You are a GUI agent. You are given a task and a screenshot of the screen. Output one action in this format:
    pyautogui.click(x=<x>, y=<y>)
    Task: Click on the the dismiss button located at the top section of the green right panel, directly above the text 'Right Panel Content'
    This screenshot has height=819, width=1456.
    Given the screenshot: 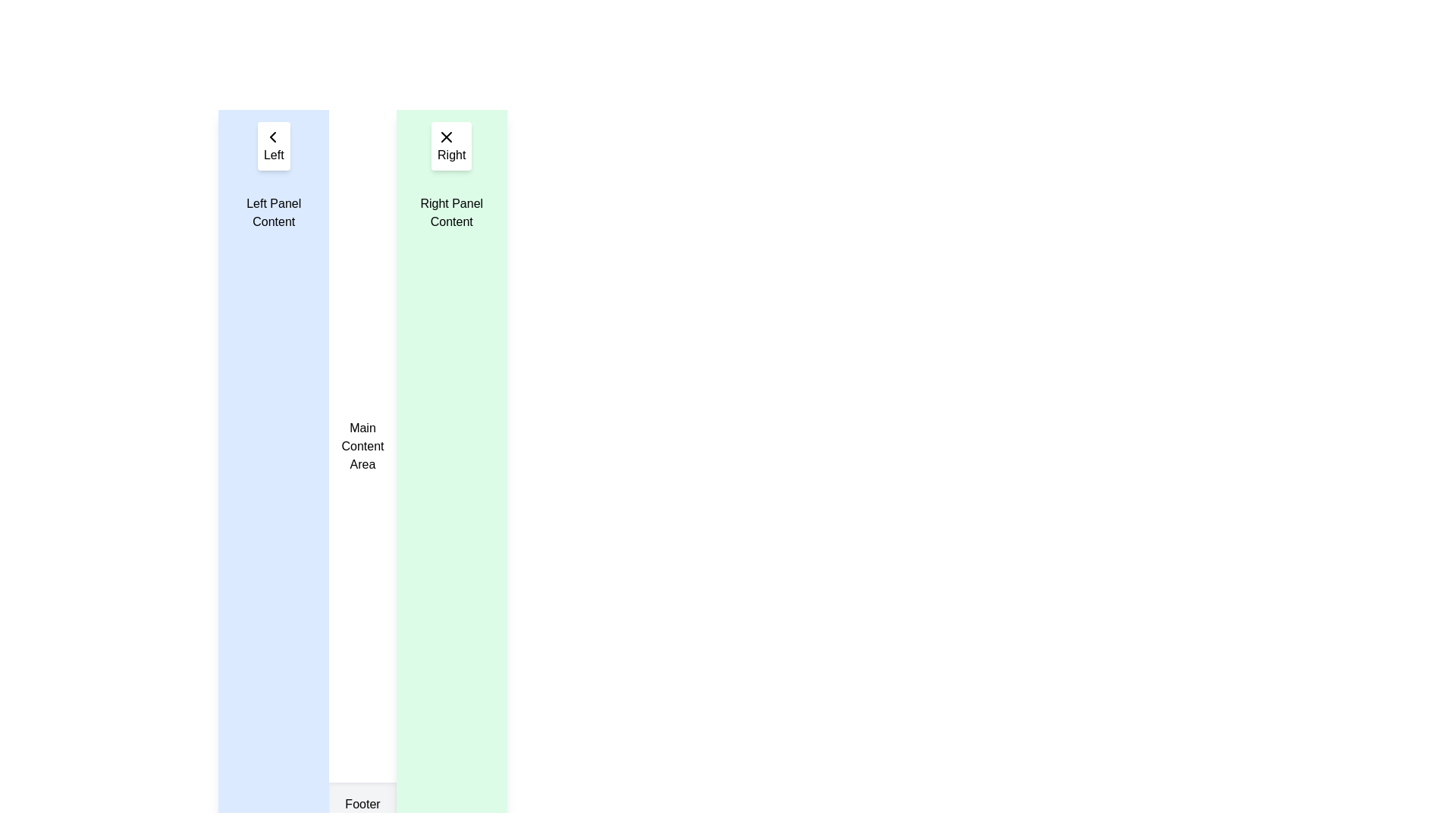 What is the action you would take?
    pyautogui.click(x=450, y=146)
    